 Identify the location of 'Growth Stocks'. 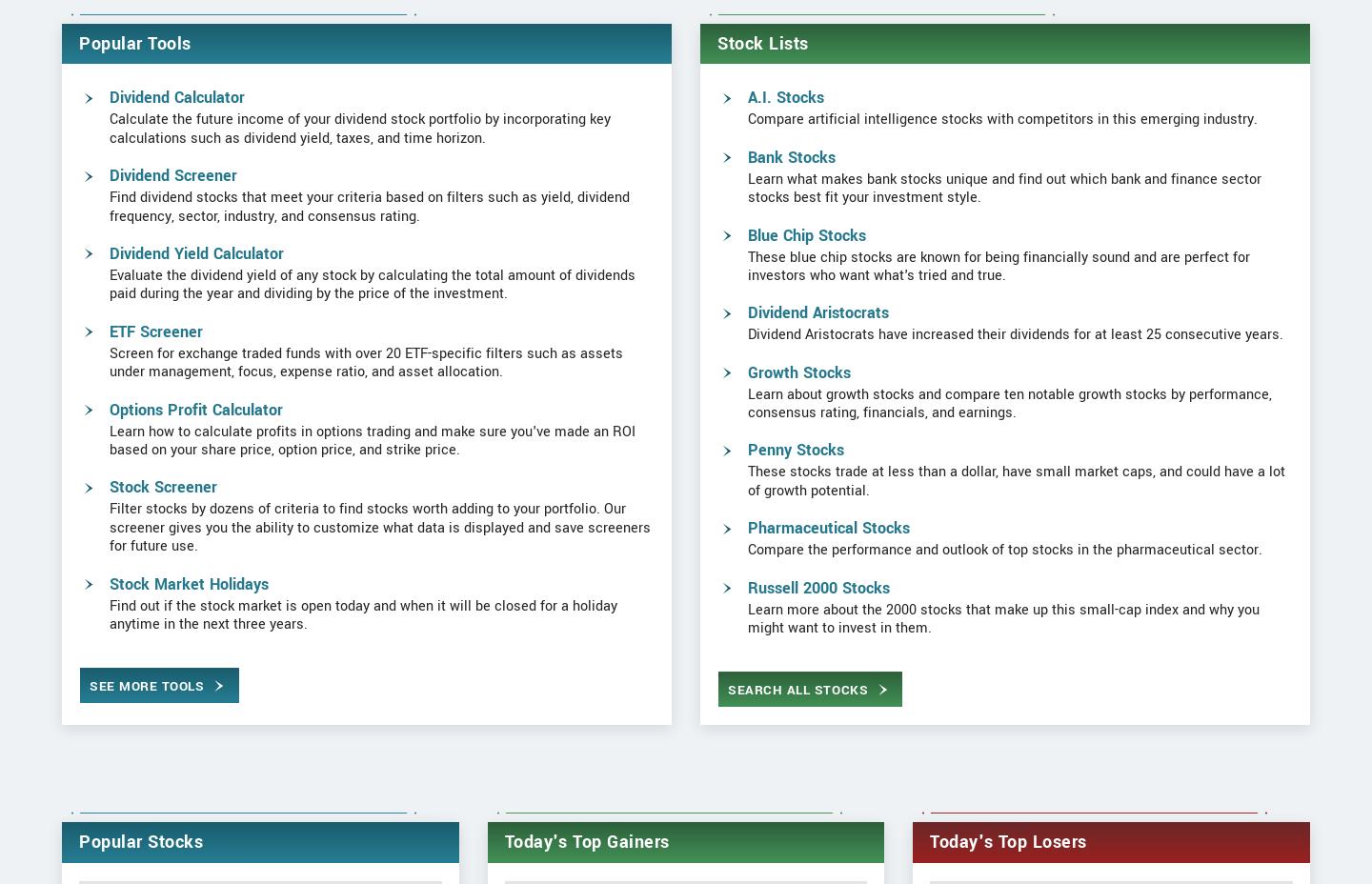
(798, 433).